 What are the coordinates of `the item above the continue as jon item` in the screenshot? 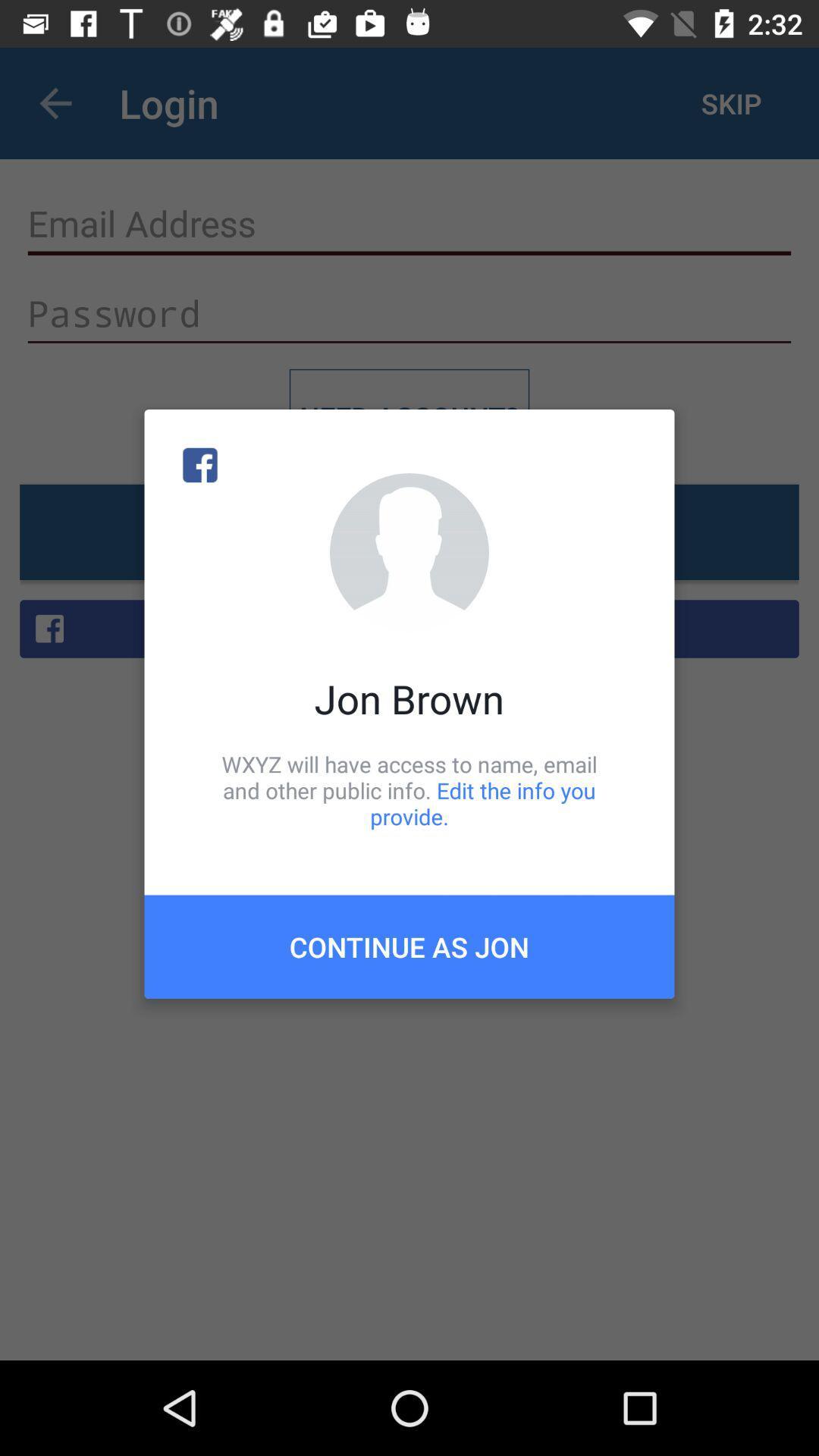 It's located at (409, 789).